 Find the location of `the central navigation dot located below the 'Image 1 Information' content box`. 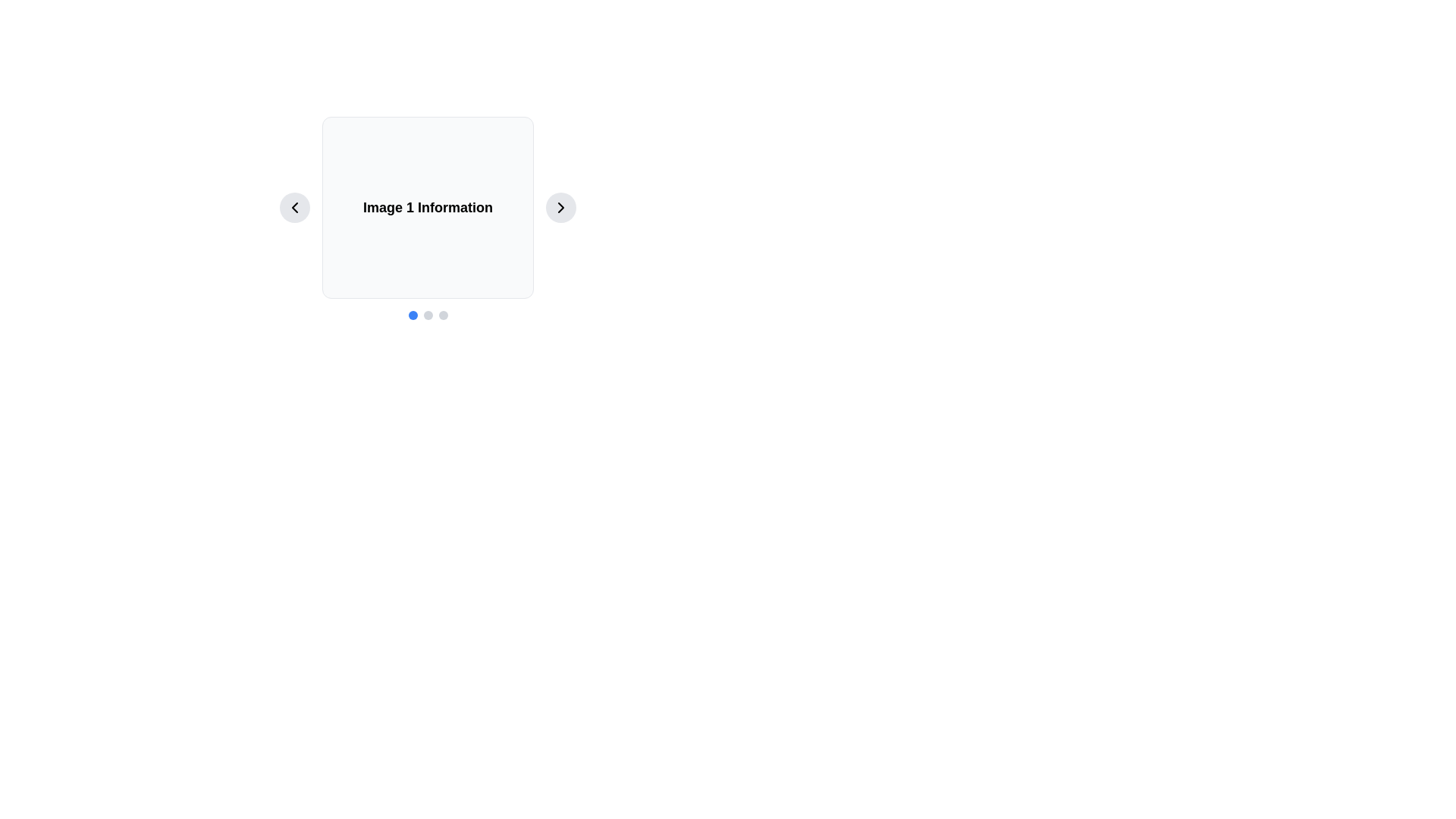

the central navigation dot located below the 'Image 1 Information' content box is located at coordinates (427, 315).